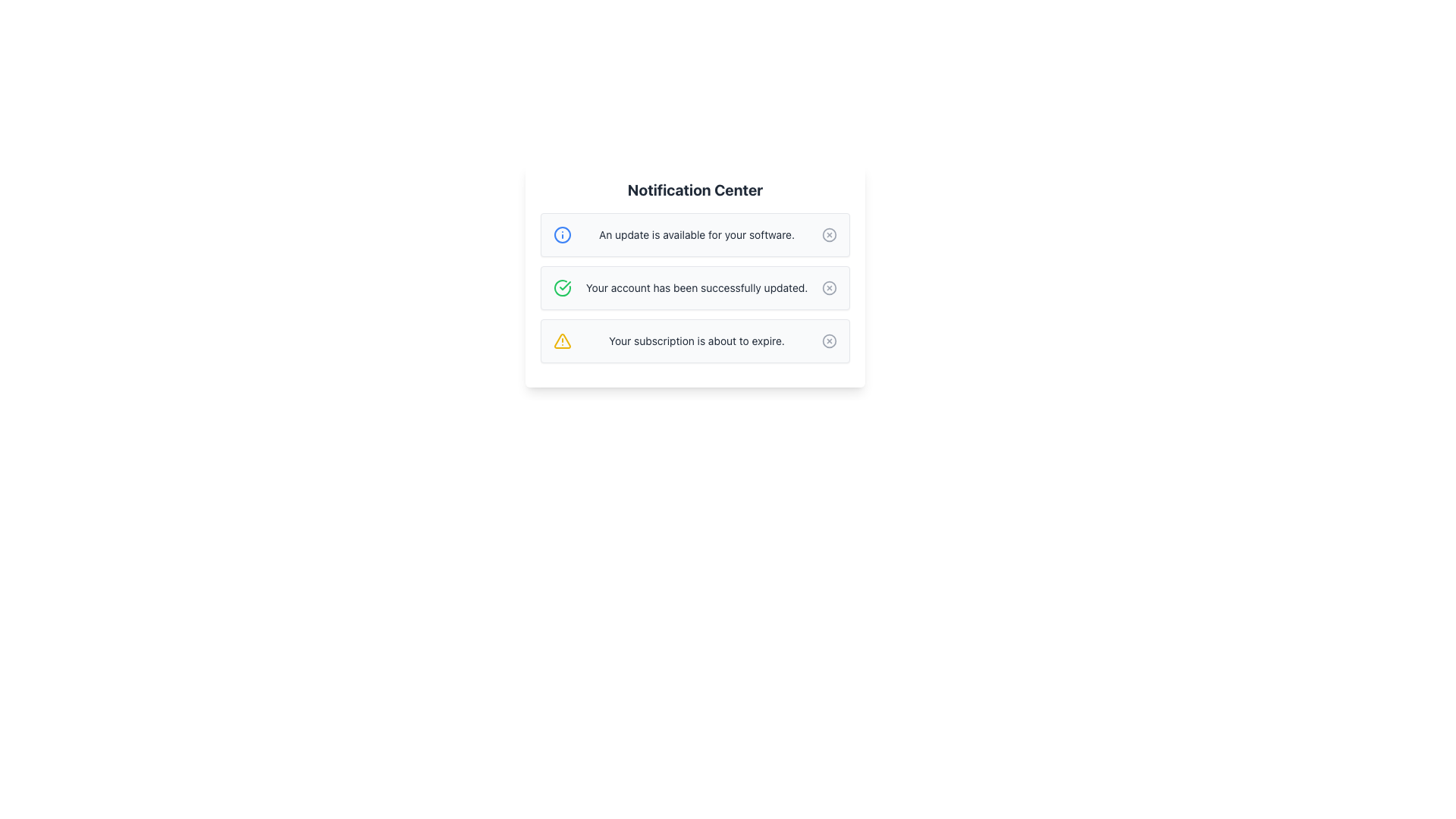  I want to click on notification message 'Your account has been successfully updated.' displayed in gray text within the notification card, so click(695, 288).